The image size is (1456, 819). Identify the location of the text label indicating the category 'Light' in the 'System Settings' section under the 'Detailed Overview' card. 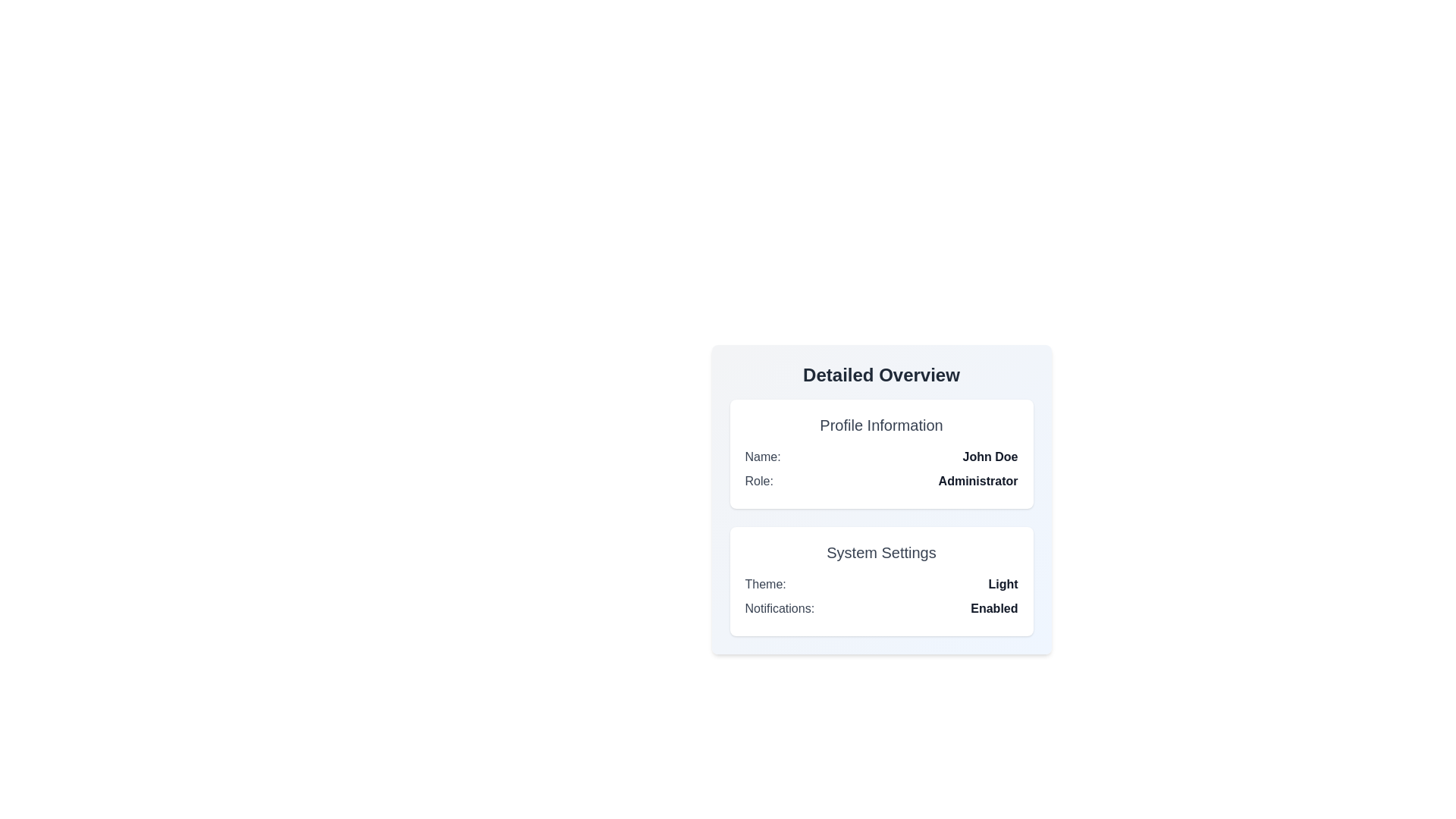
(765, 584).